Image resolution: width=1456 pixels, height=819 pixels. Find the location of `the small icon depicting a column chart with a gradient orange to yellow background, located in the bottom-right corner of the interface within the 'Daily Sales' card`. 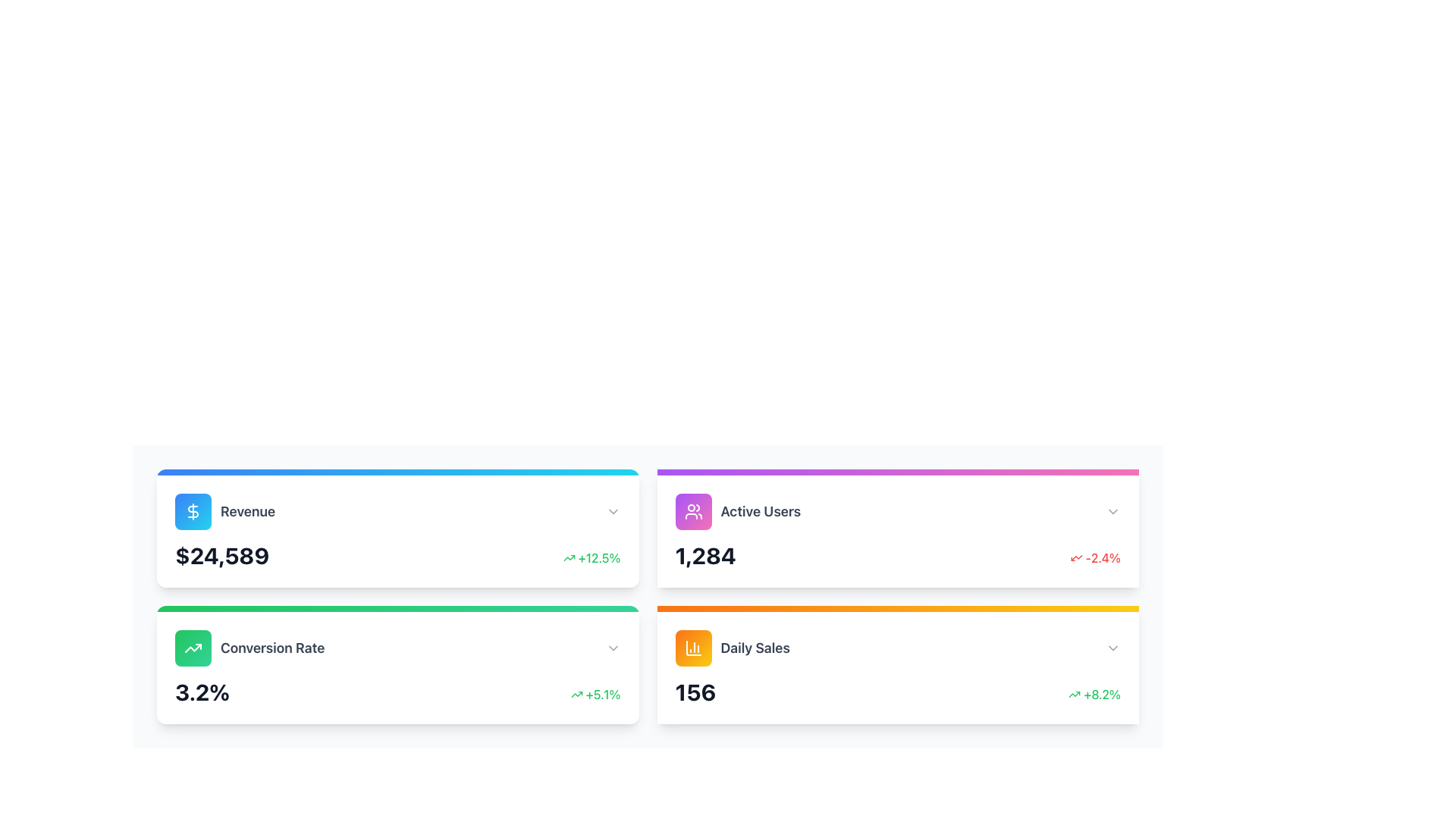

the small icon depicting a column chart with a gradient orange to yellow background, located in the bottom-right corner of the interface within the 'Daily Sales' card is located at coordinates (692, 648).